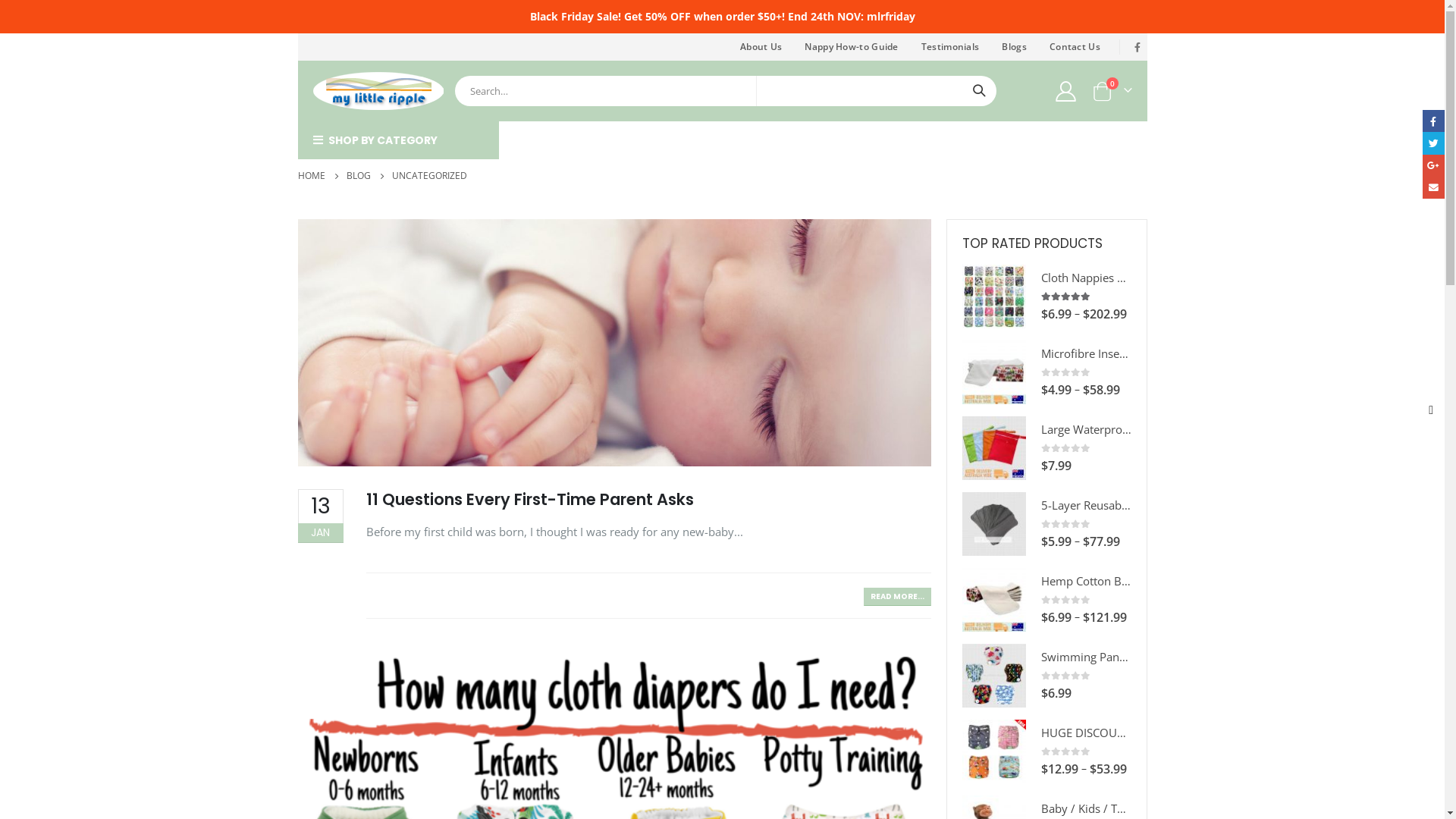 The height and width of the screenshot is (819, 1456). What do you see at coordinates (309, 174) in the screenshot?
I see `'HOME'` at bounding box center [309, 174].